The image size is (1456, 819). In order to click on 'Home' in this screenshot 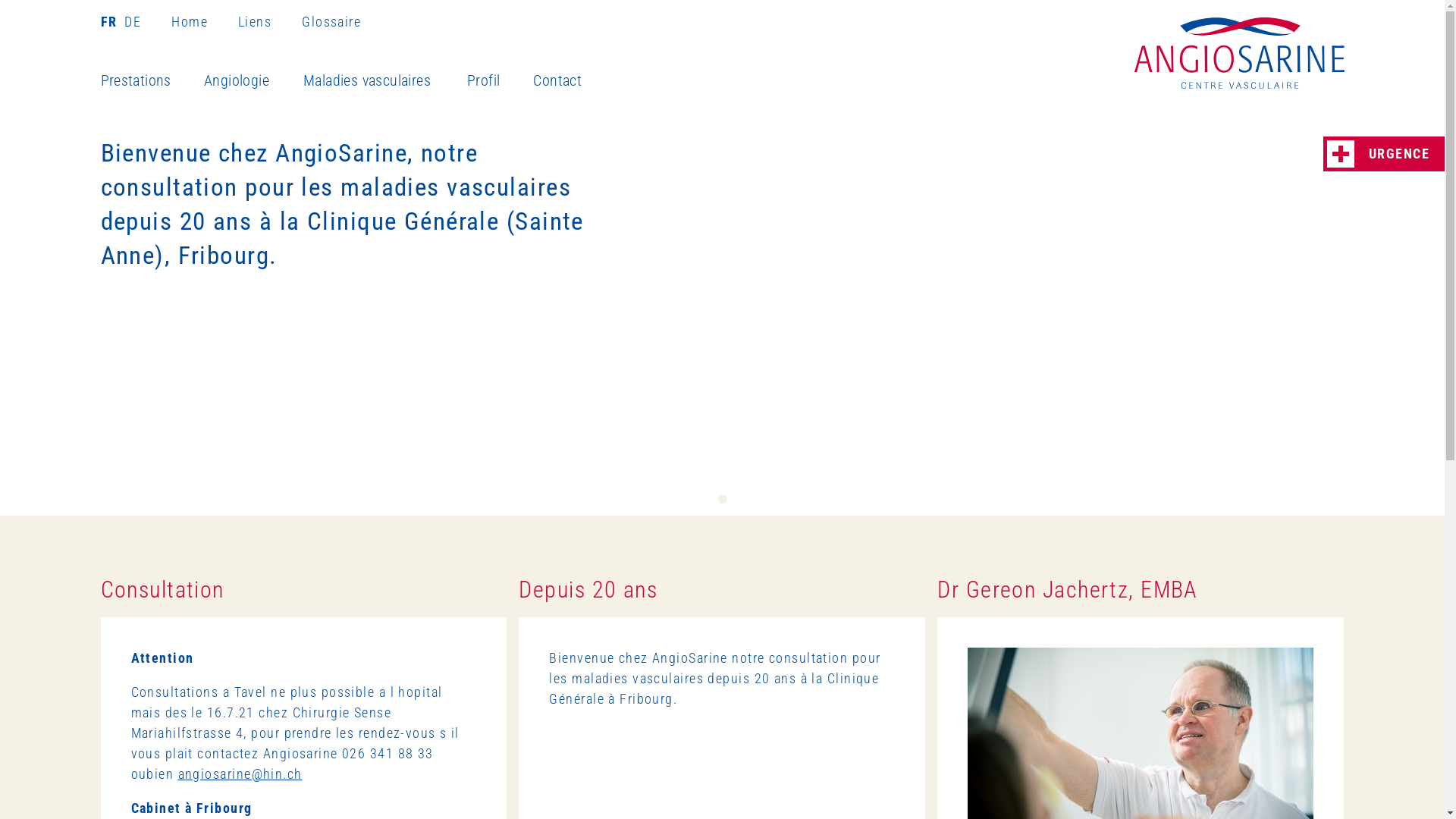, I will do `click(203, 21)`.